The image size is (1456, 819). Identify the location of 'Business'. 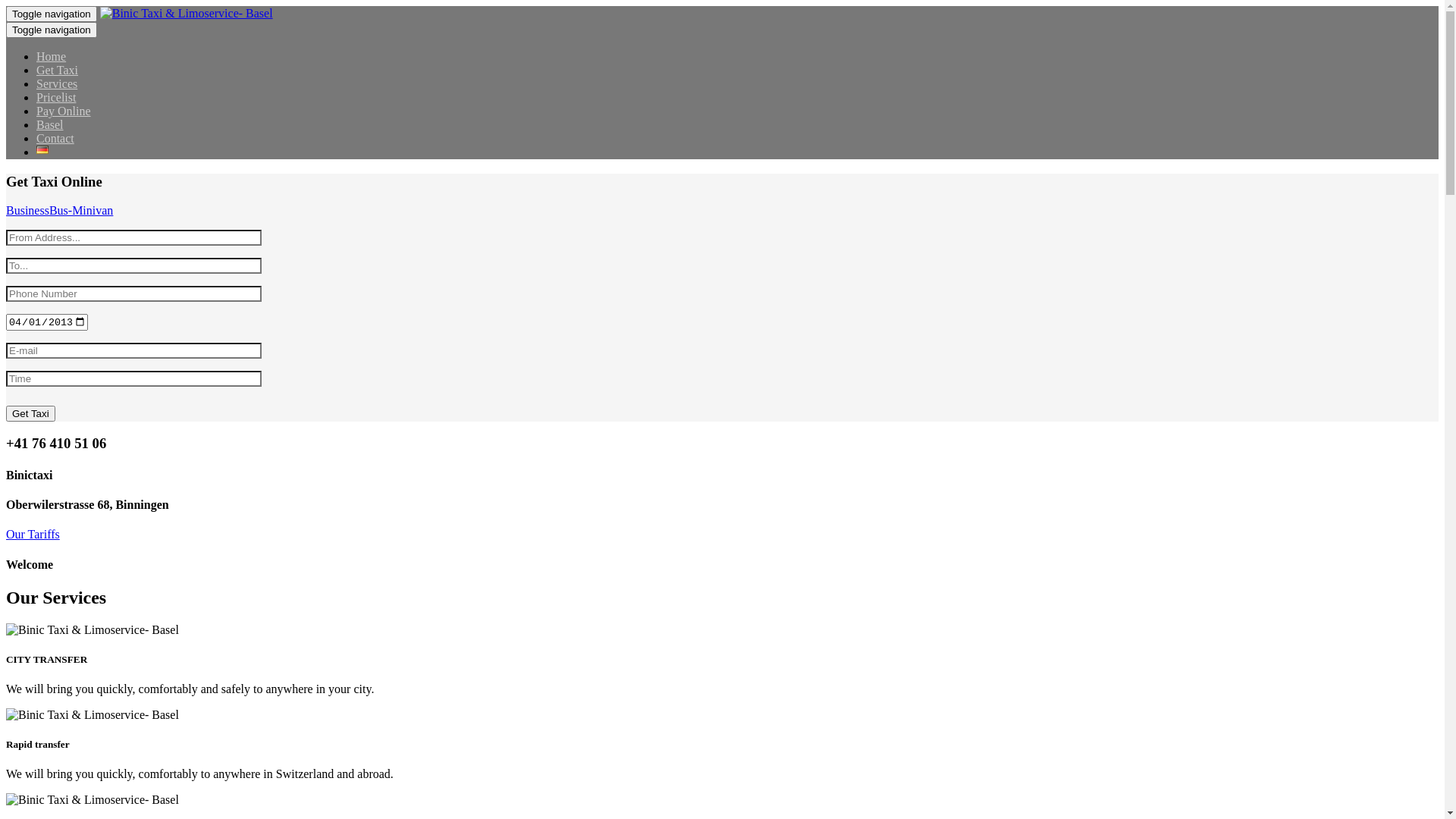
(27, 210).